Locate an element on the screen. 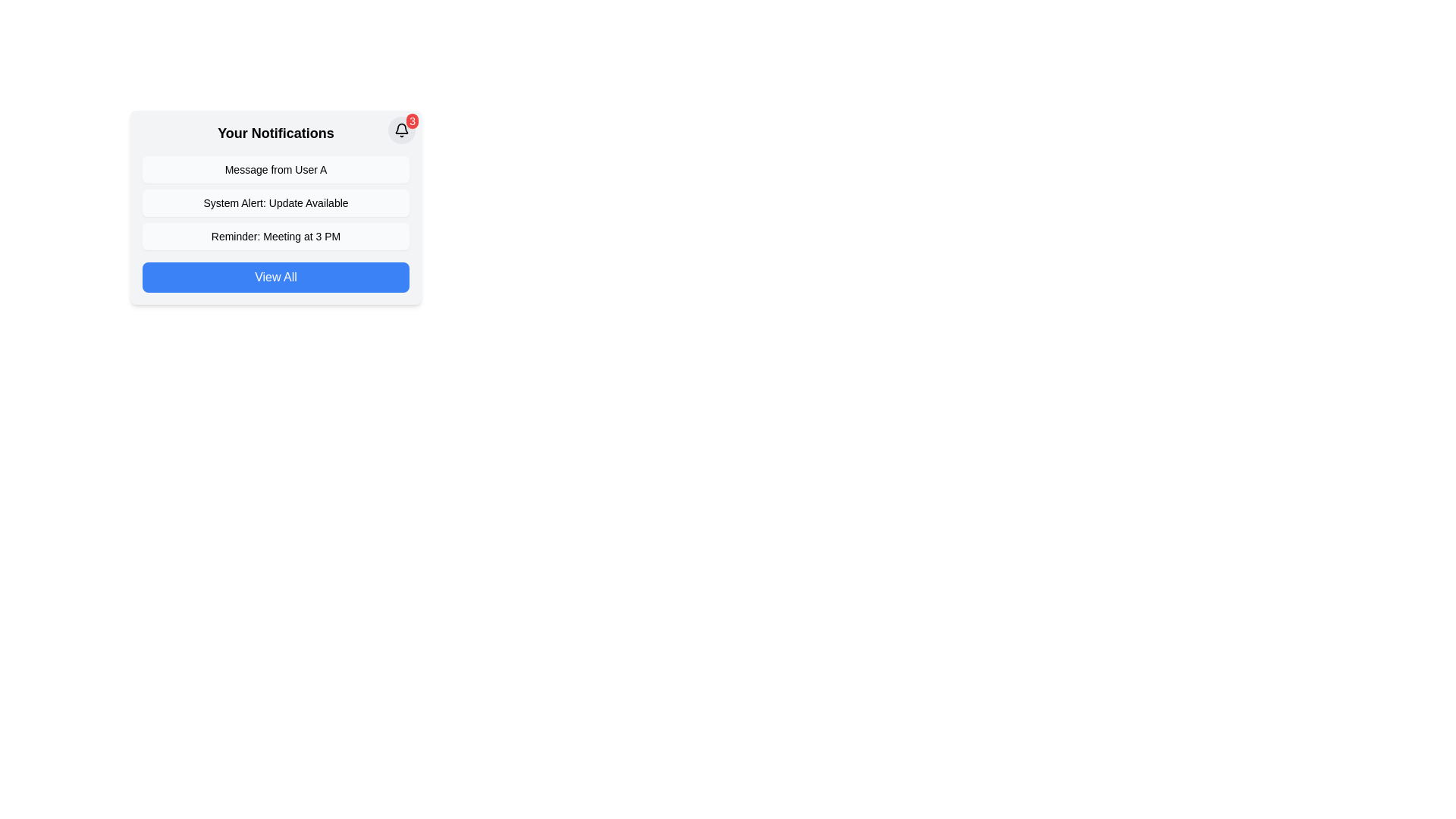  the first notification card in the notifications list, which summarizes a message from 'User A' is located at coordinates (276, 169).